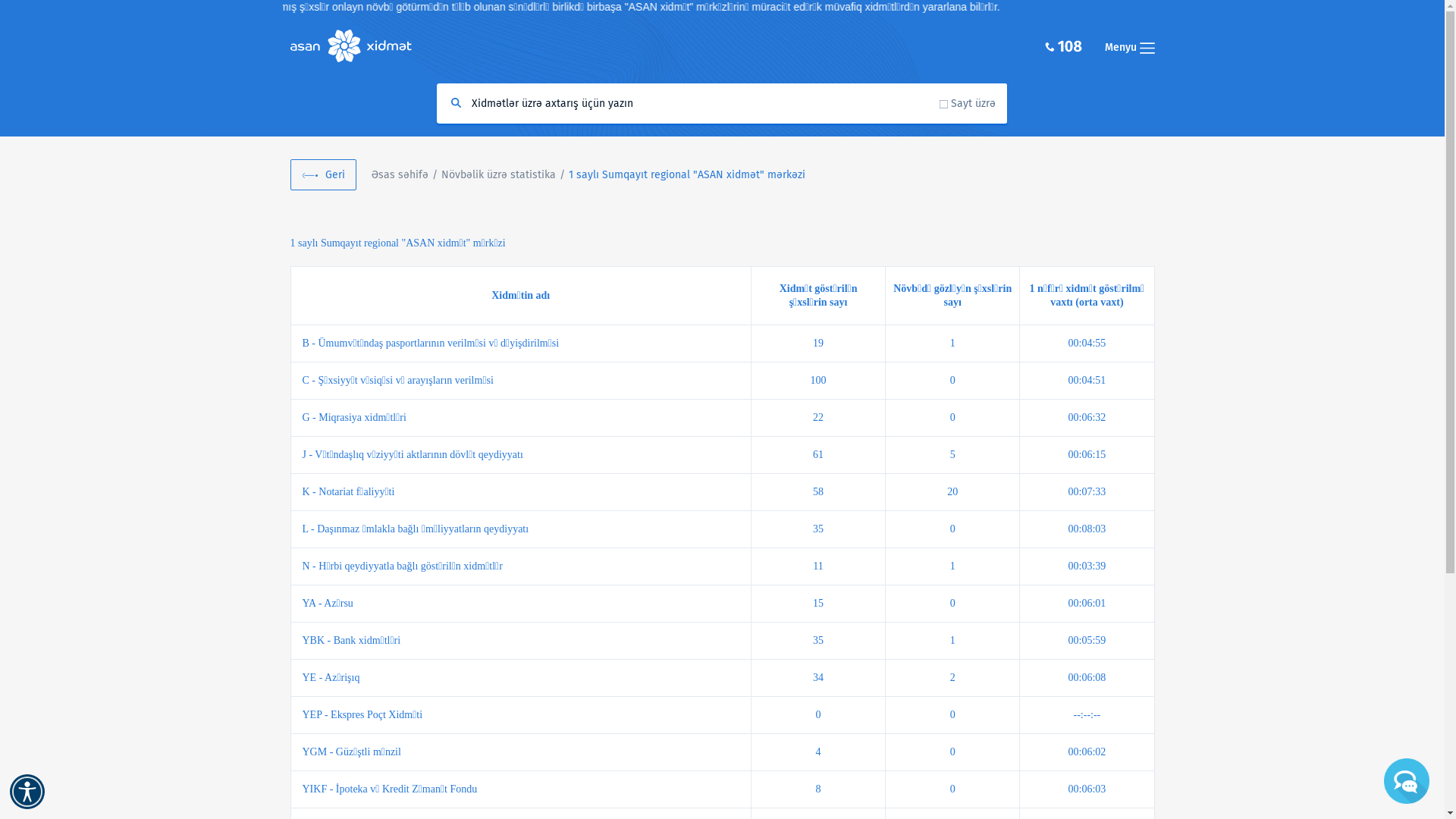  Describe the element at coordinates (1128, 45) in the screenshot. I see `'Menyu'` at that location.